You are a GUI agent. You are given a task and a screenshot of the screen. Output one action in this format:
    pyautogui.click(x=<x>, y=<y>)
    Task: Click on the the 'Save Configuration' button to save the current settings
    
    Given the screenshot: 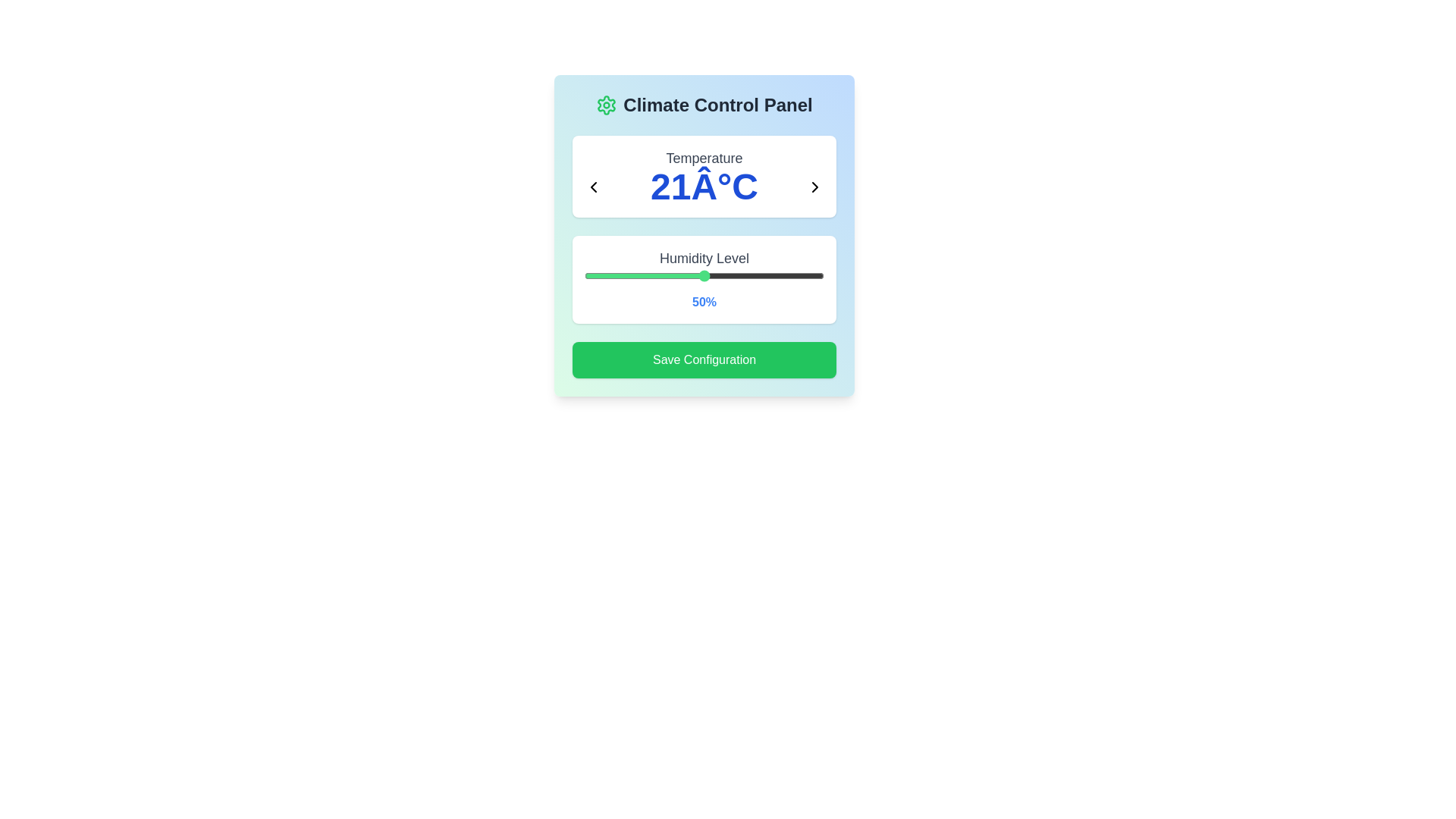 What is the action you would take?
    pyautogui.click(x=704, y=359)
    